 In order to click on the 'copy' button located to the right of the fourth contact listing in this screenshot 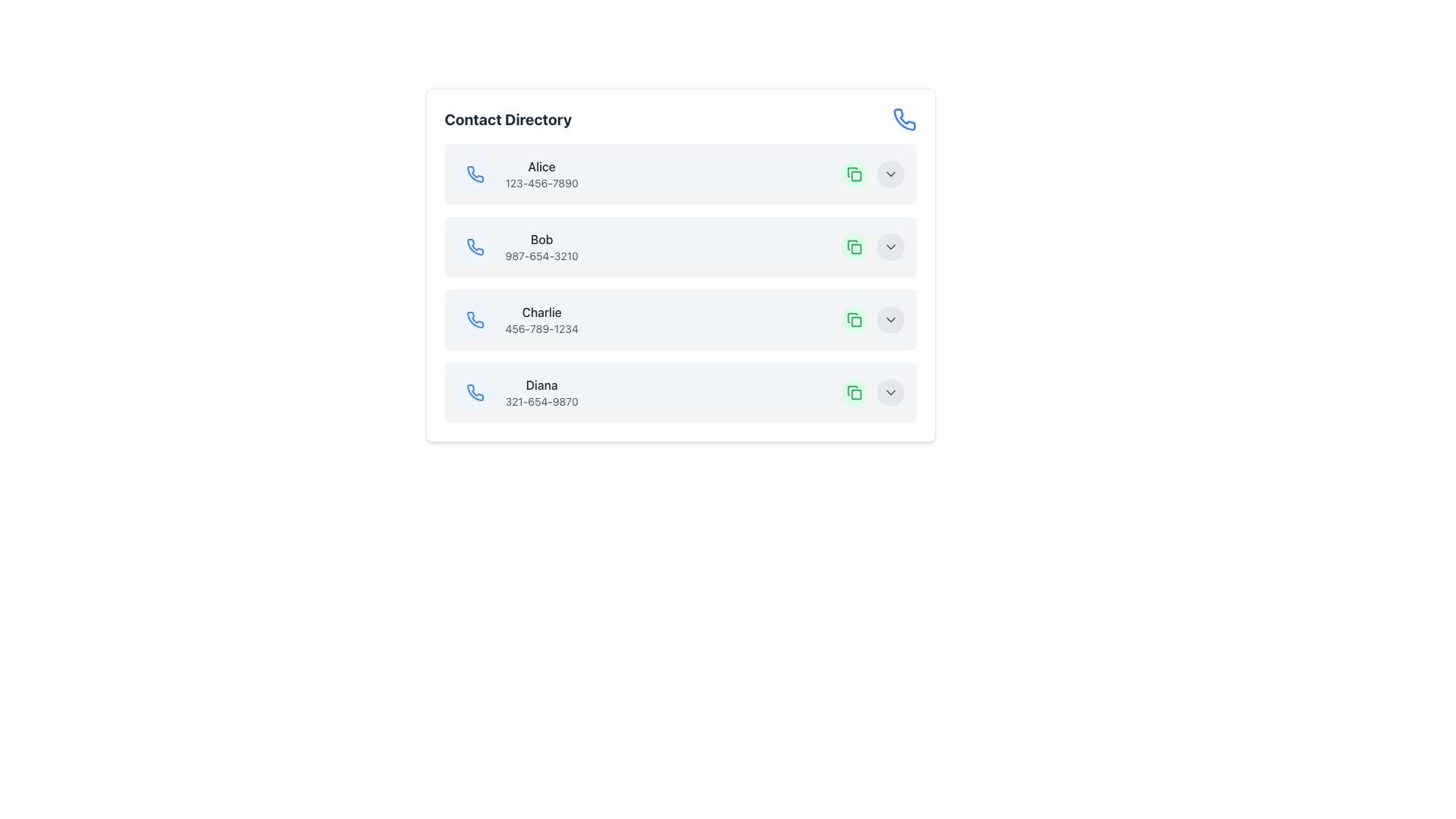, I will do `click(854, 391)`.